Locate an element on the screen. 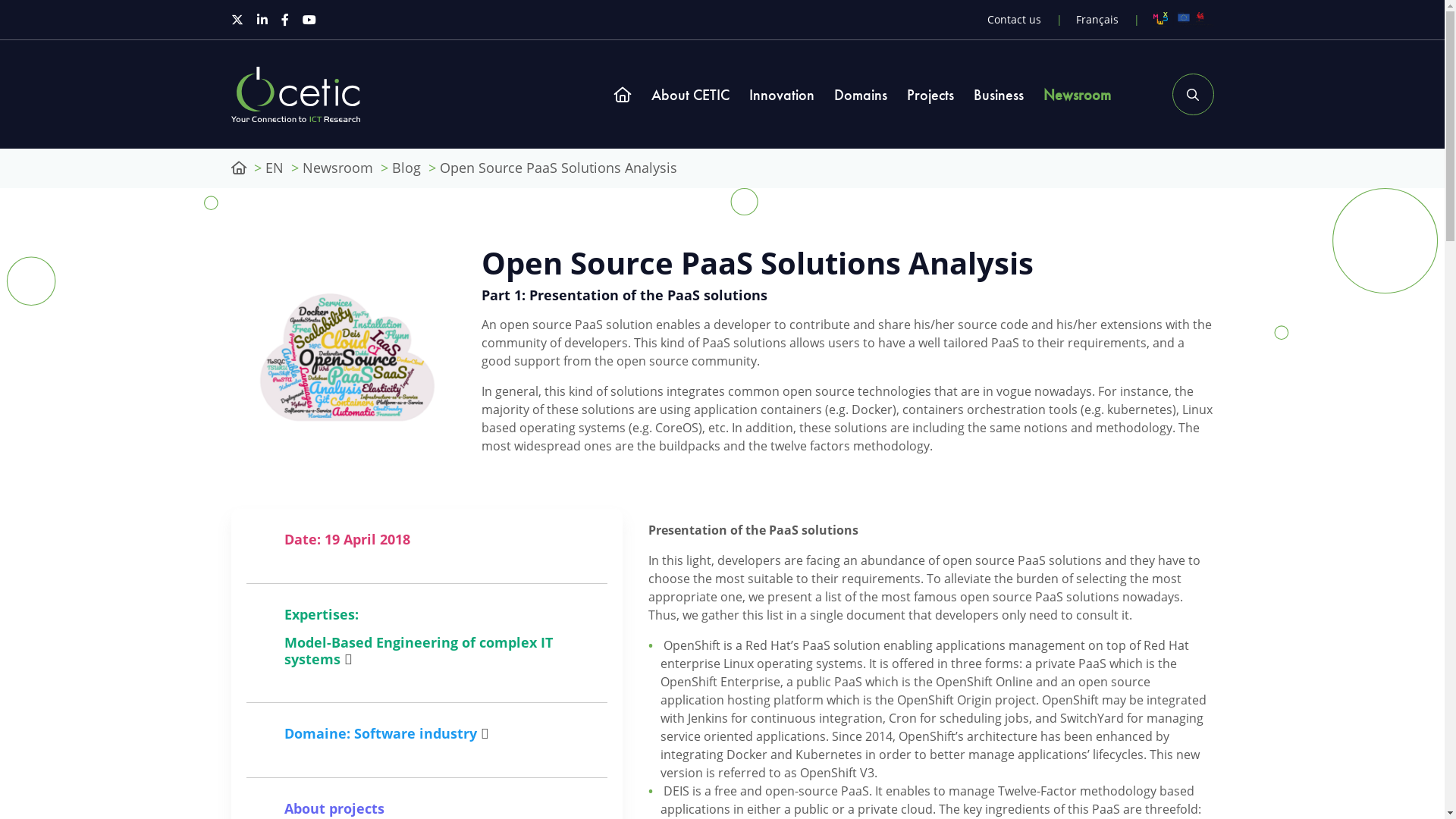  'Business' is located at coordinates (998, 94).